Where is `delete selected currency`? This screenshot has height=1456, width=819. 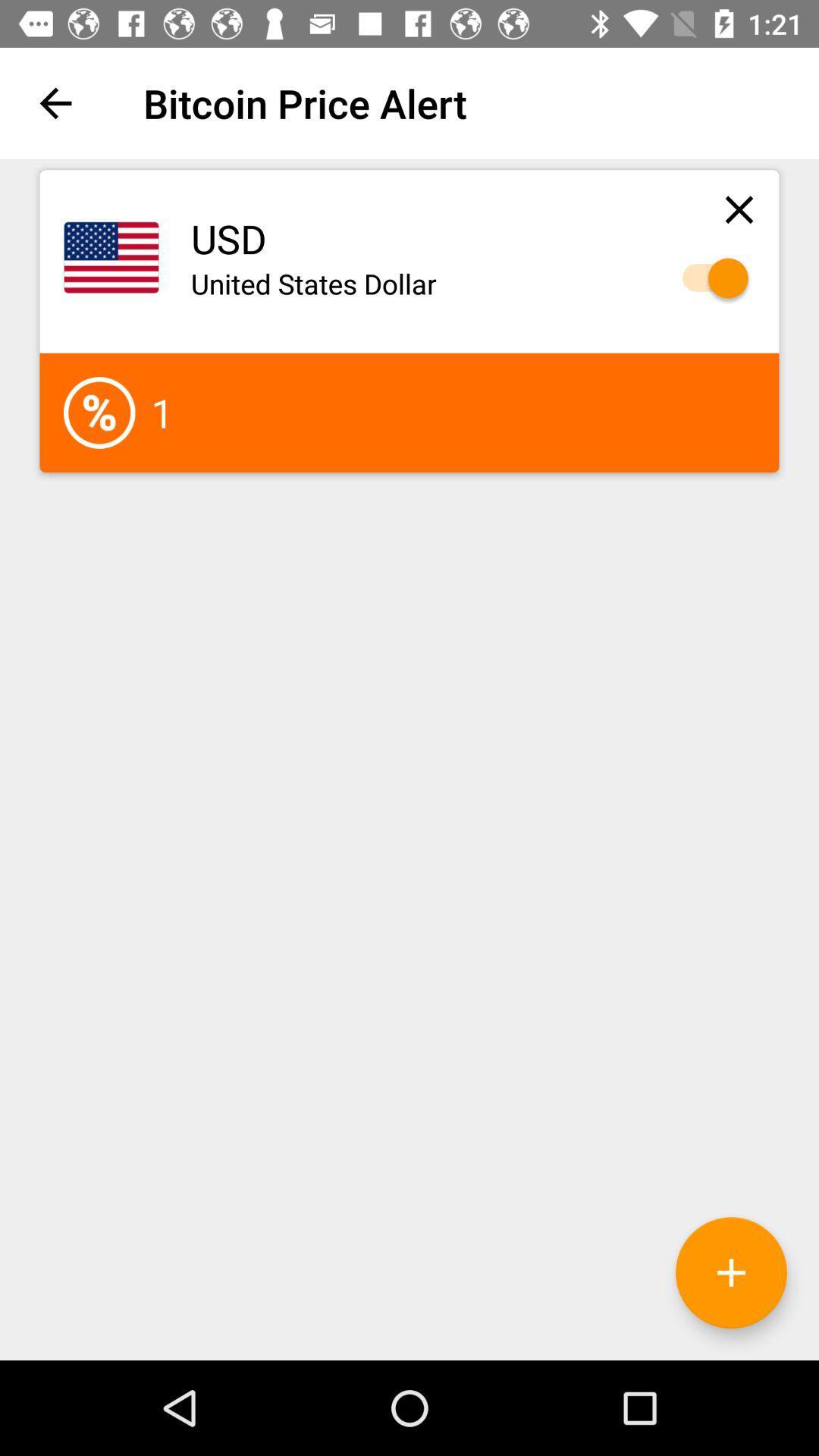
delete selected currency is located at coordinates (739, 209).